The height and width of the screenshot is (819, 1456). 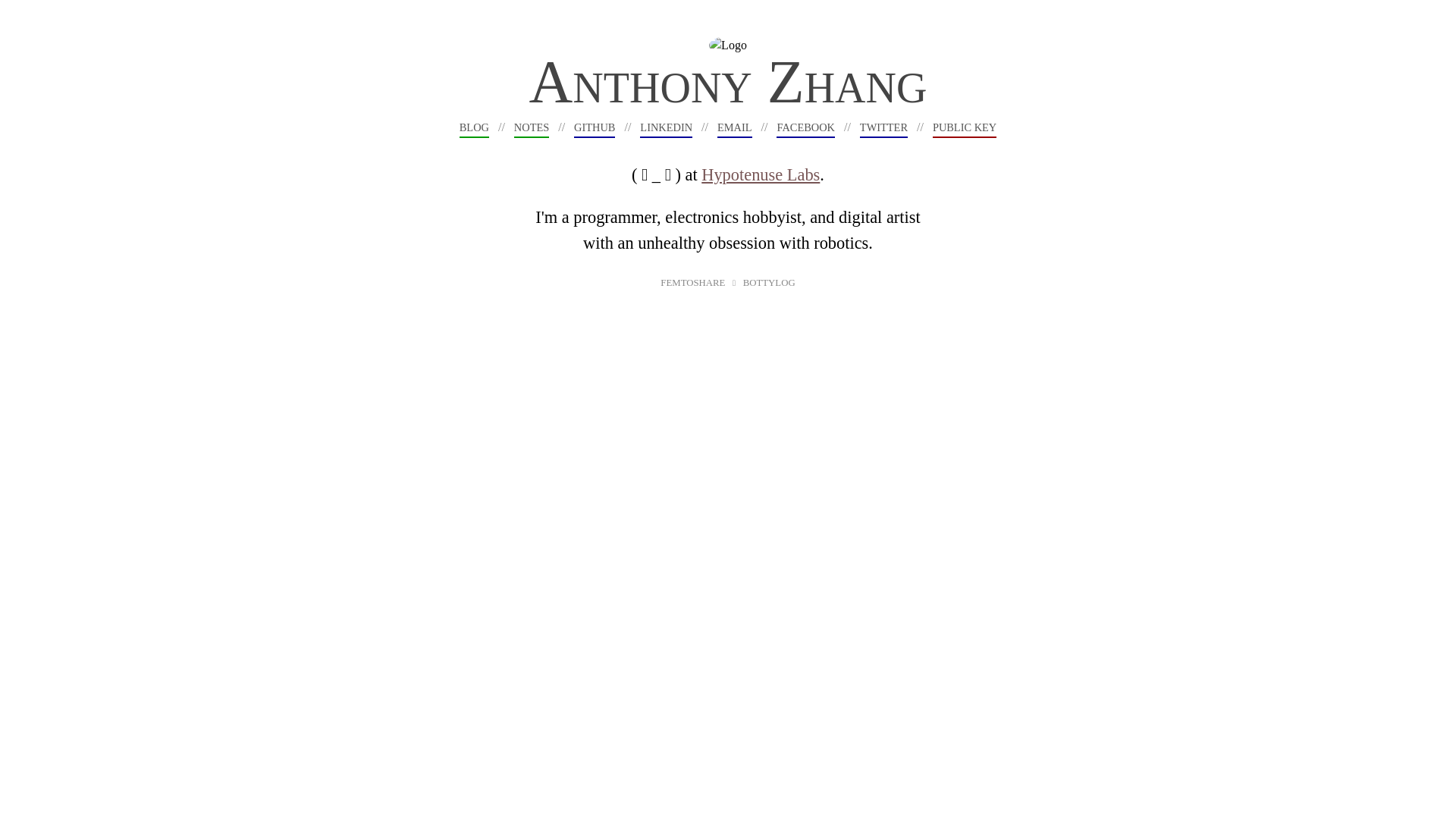 I want to click on 'BOTTYLOG', so click(x=742, y=283).